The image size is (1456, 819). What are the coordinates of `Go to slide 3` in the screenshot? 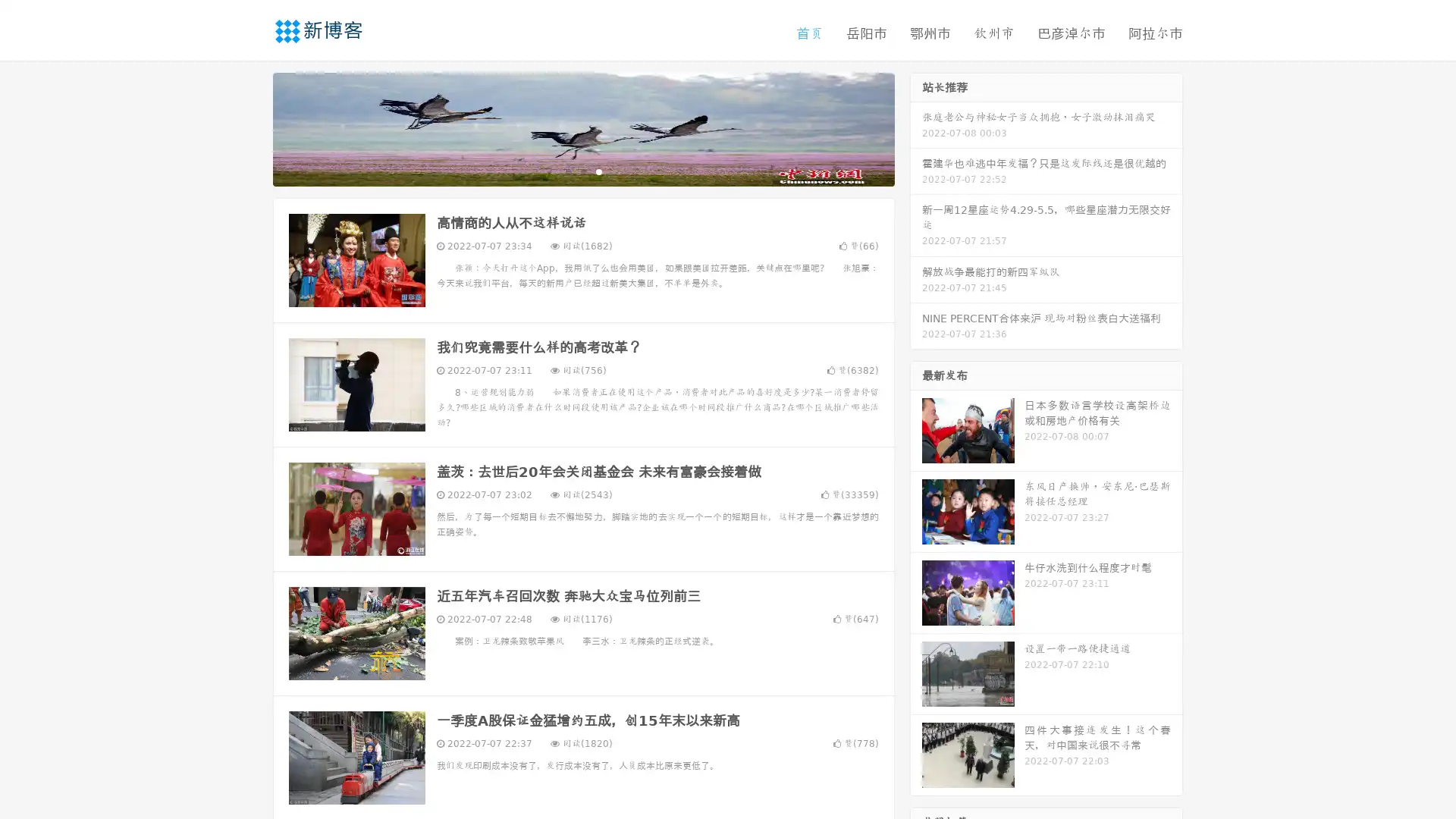 It's located at (598, 171).